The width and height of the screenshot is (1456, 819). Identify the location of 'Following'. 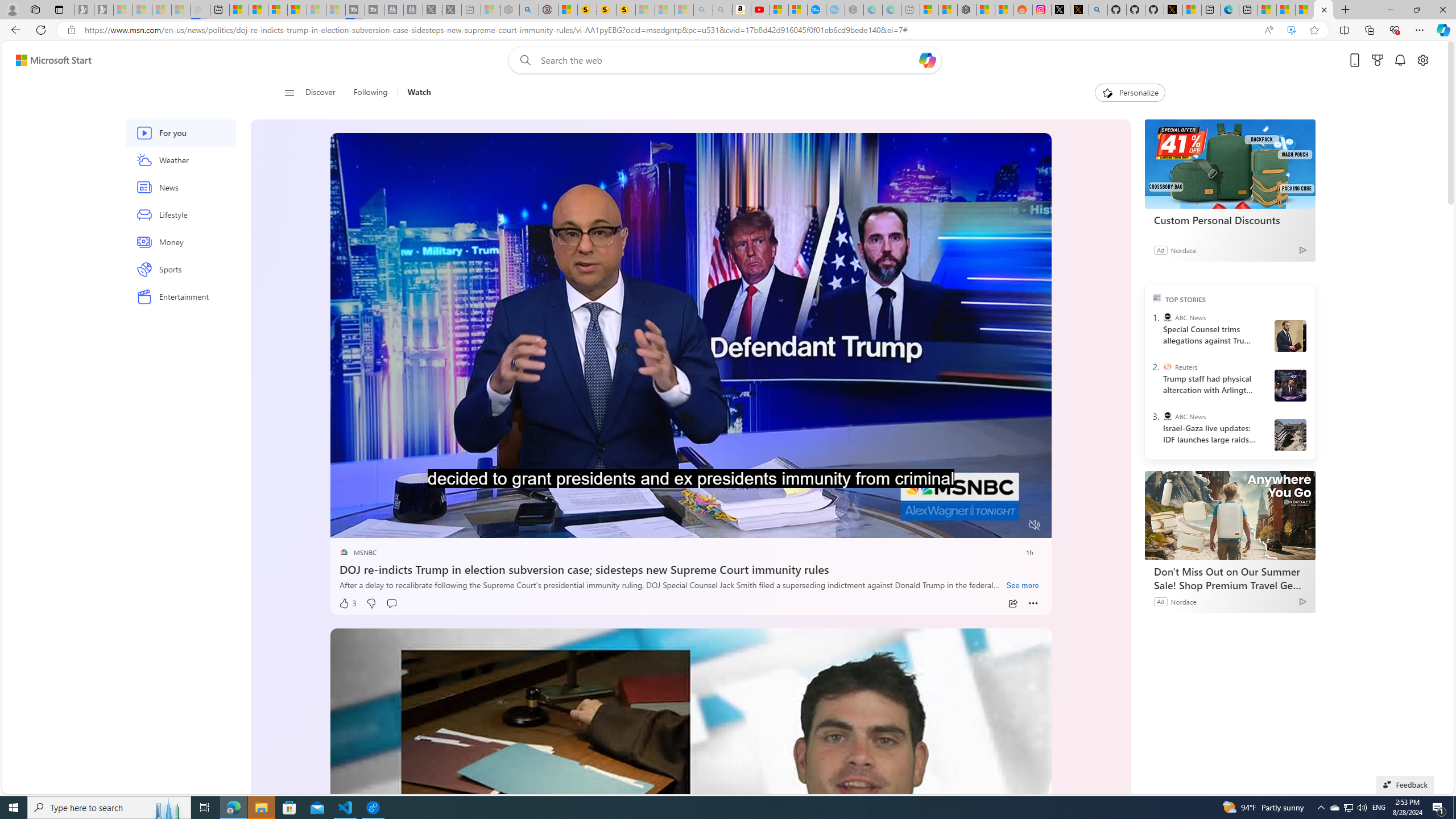
(371, 92).